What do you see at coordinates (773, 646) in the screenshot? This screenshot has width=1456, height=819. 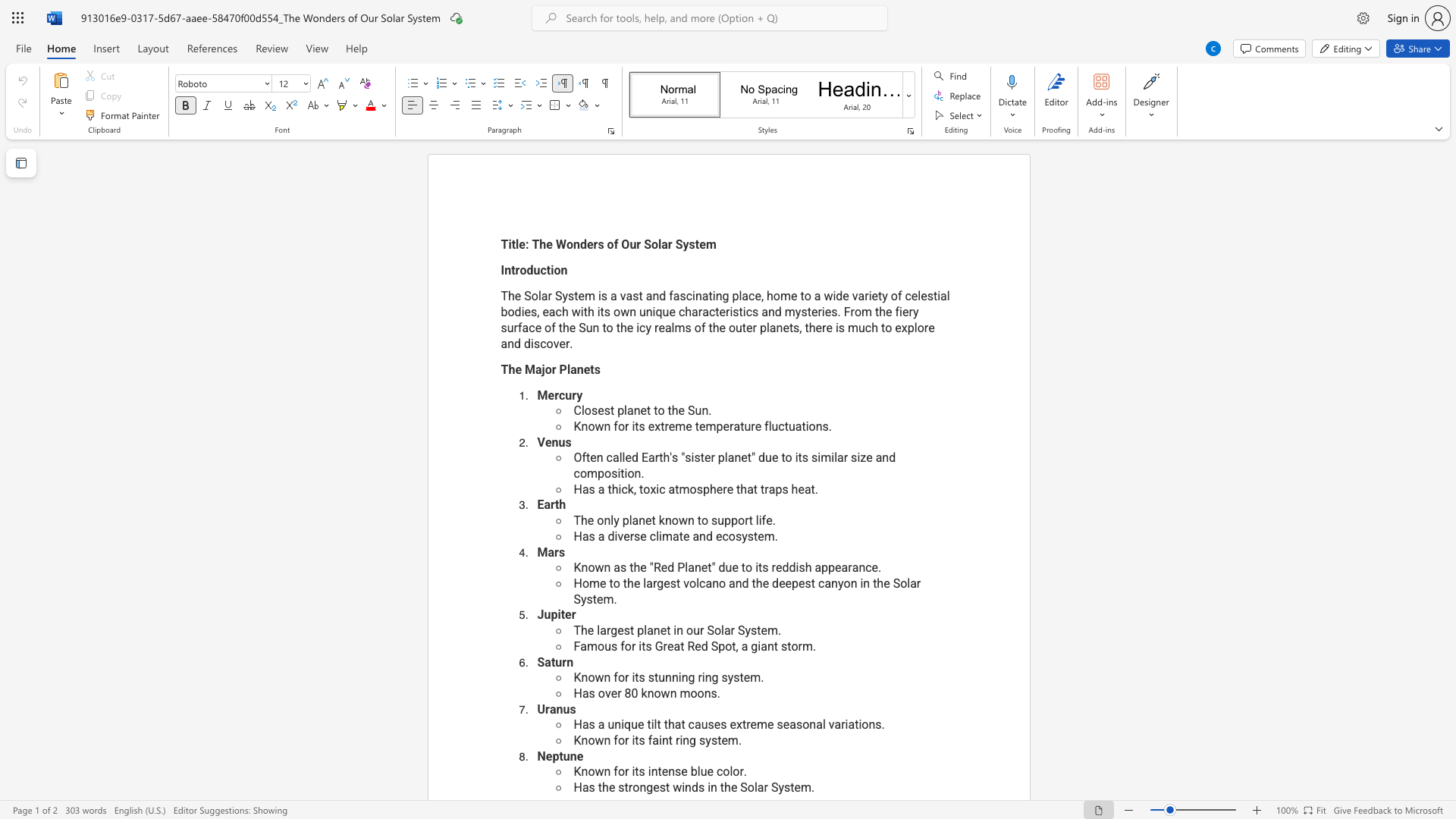 I see `the subset text "t st" within the text "Famous for its Great Red Spot, a giant storm."` at bounding box center [773, 646].